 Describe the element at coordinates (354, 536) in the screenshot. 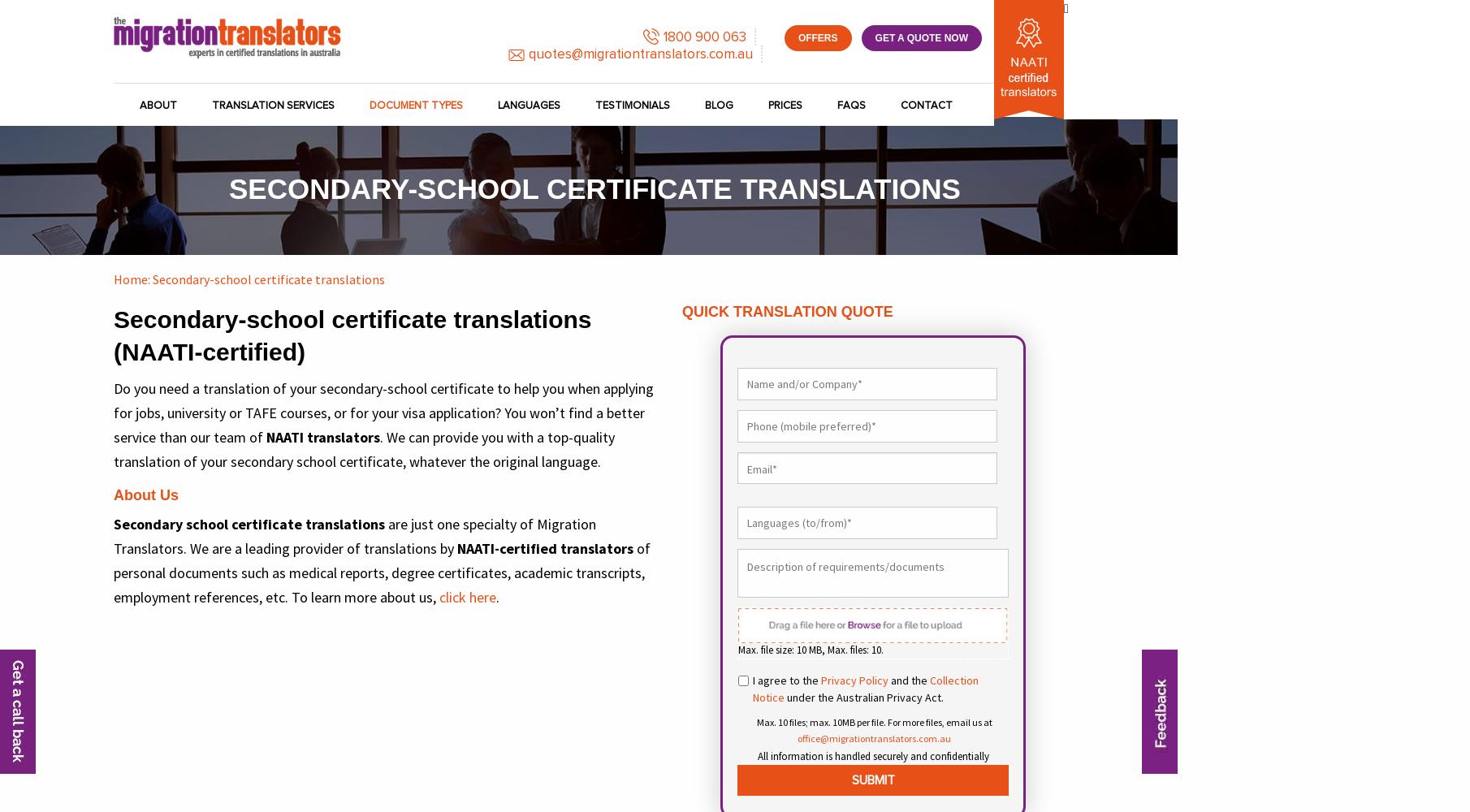

I see `'are just one specialty of Migration Translators. We are a leading provider of translations by'` at that location.